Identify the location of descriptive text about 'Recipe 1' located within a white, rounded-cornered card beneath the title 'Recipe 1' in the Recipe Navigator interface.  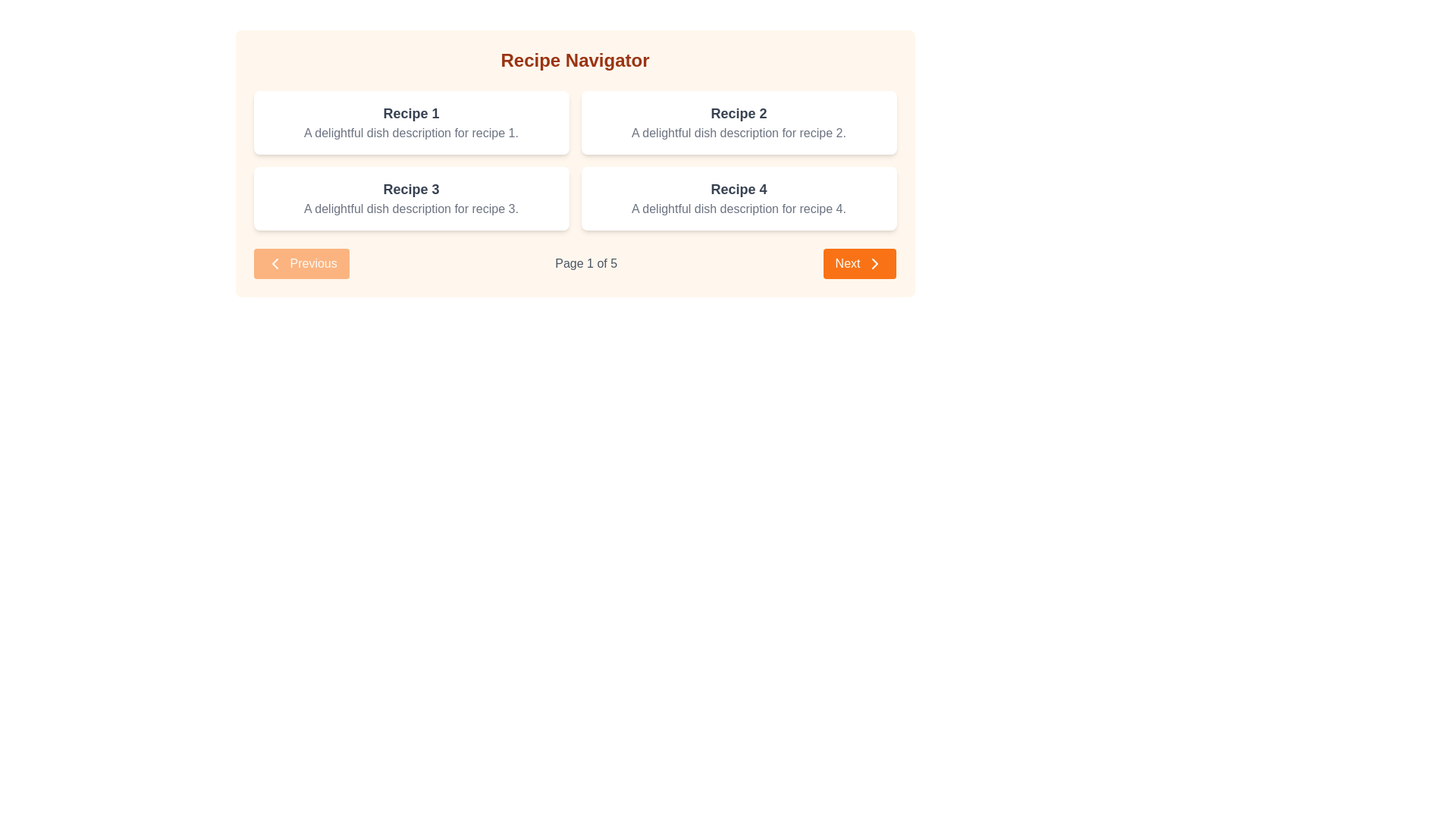
(411, 133).